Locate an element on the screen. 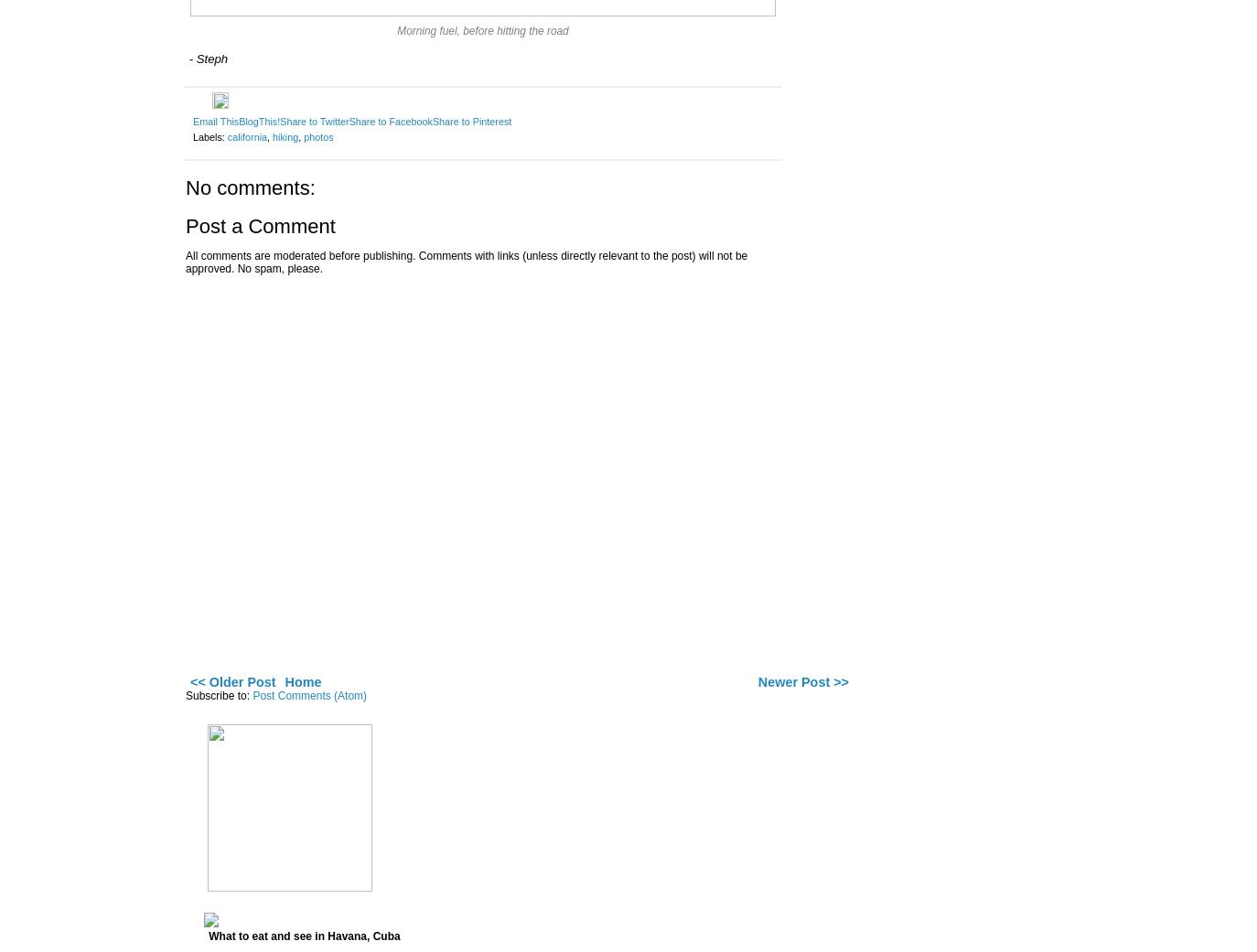  'Email This' is located at coordinates (192, 120).